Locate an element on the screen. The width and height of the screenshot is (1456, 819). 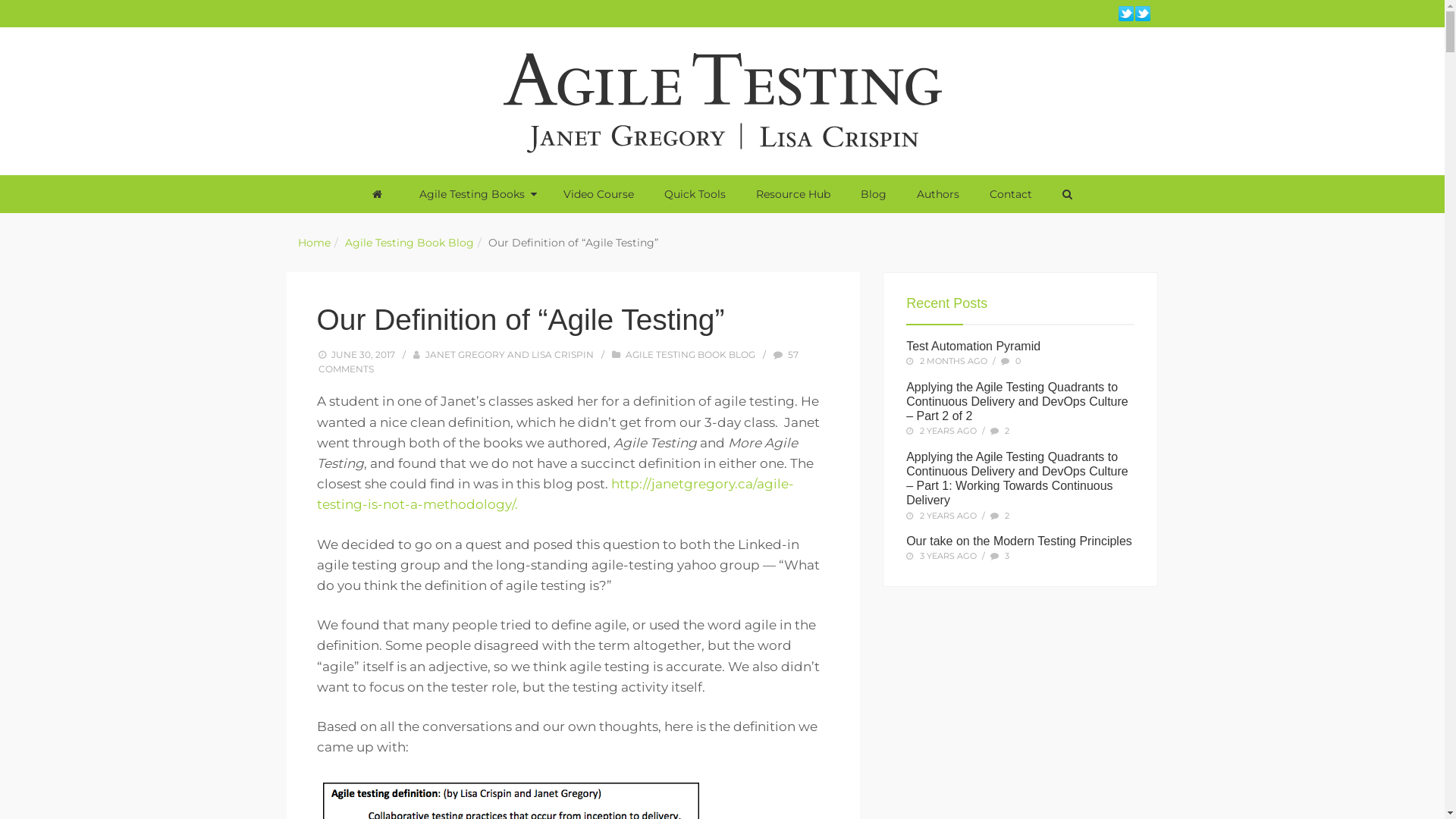
'AGILE TESTING BOOK BLOG' is located at coordinates (626, 354).